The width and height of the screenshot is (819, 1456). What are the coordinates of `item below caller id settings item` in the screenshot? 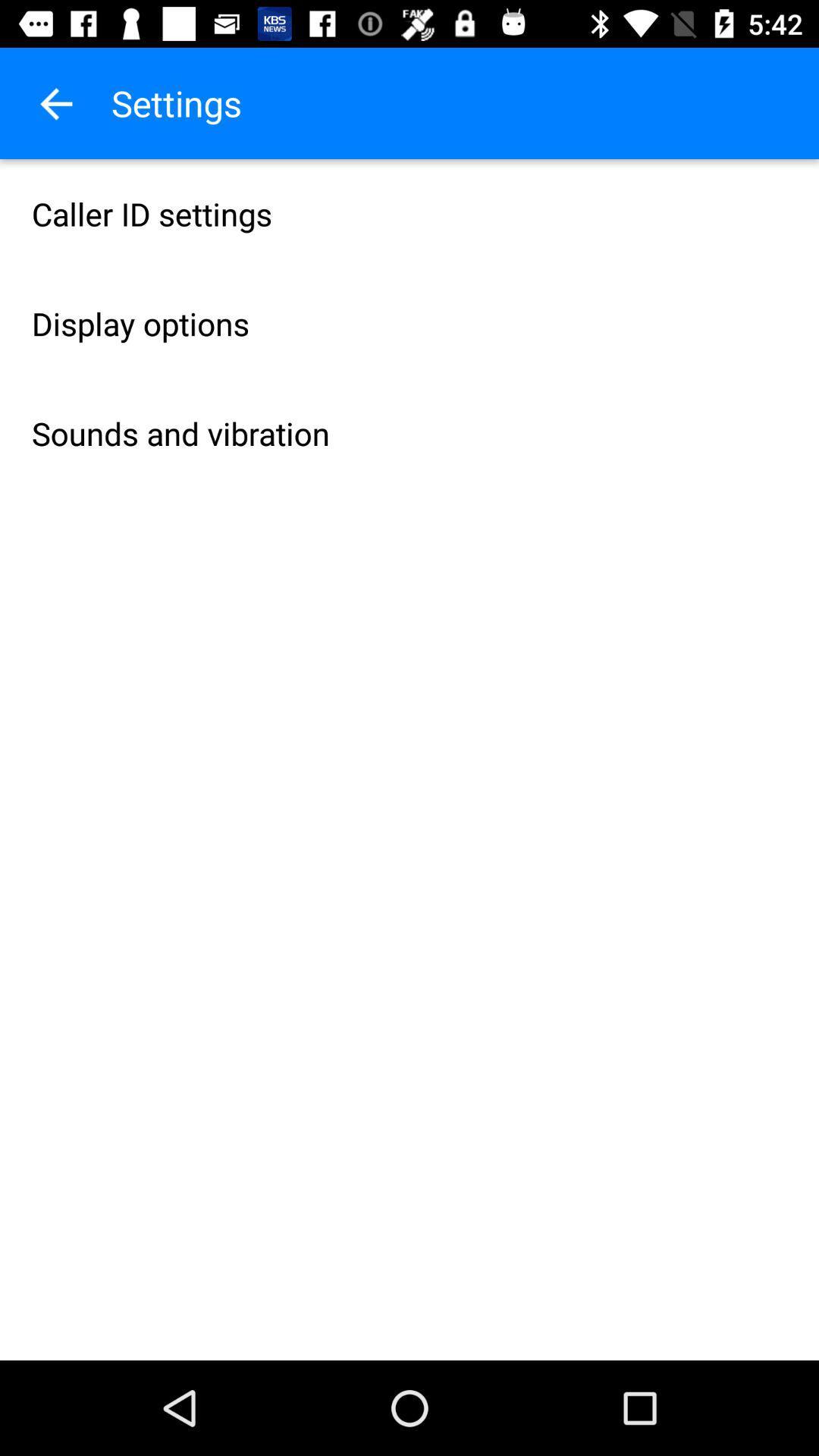 It's located at (409, 323).